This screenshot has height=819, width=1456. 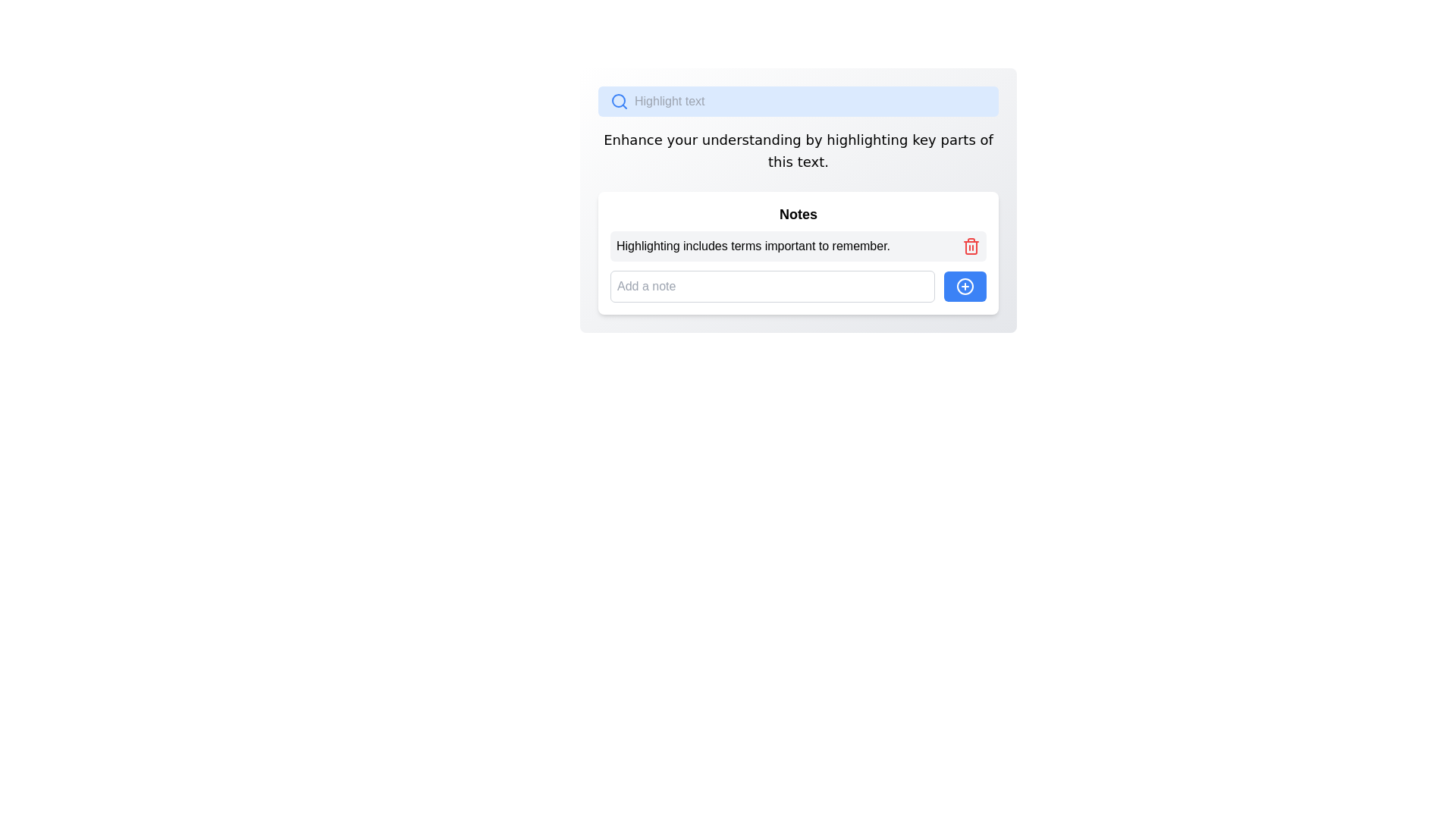 I want to click on the last character of the word 'your' in the instructional sentence 'Enhance your understanding by highlighting key parts of this text.', so click(x=694, y=140).